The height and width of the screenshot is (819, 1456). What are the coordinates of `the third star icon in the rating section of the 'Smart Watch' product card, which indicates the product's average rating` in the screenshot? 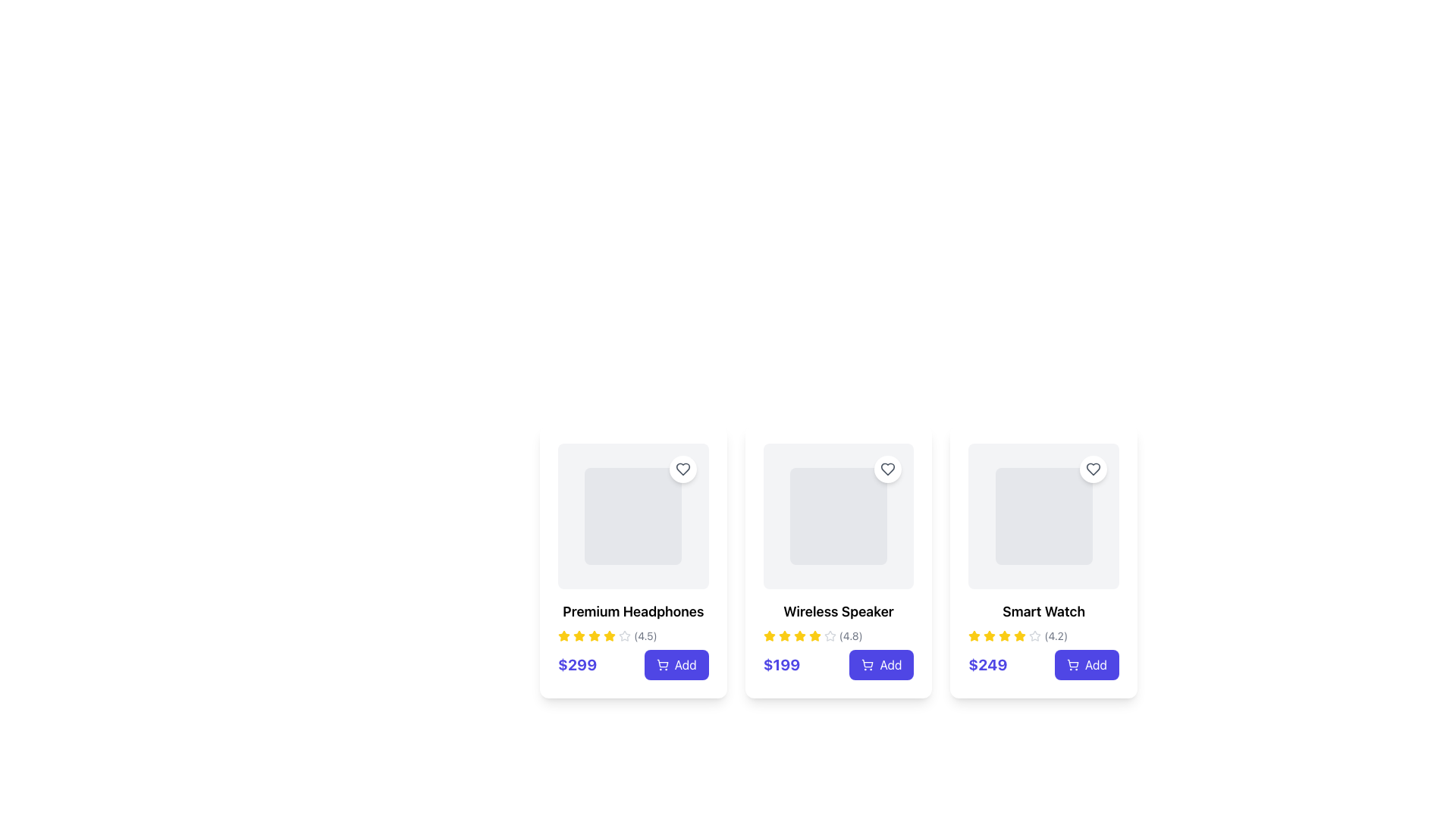 It's located at (1034, 635).